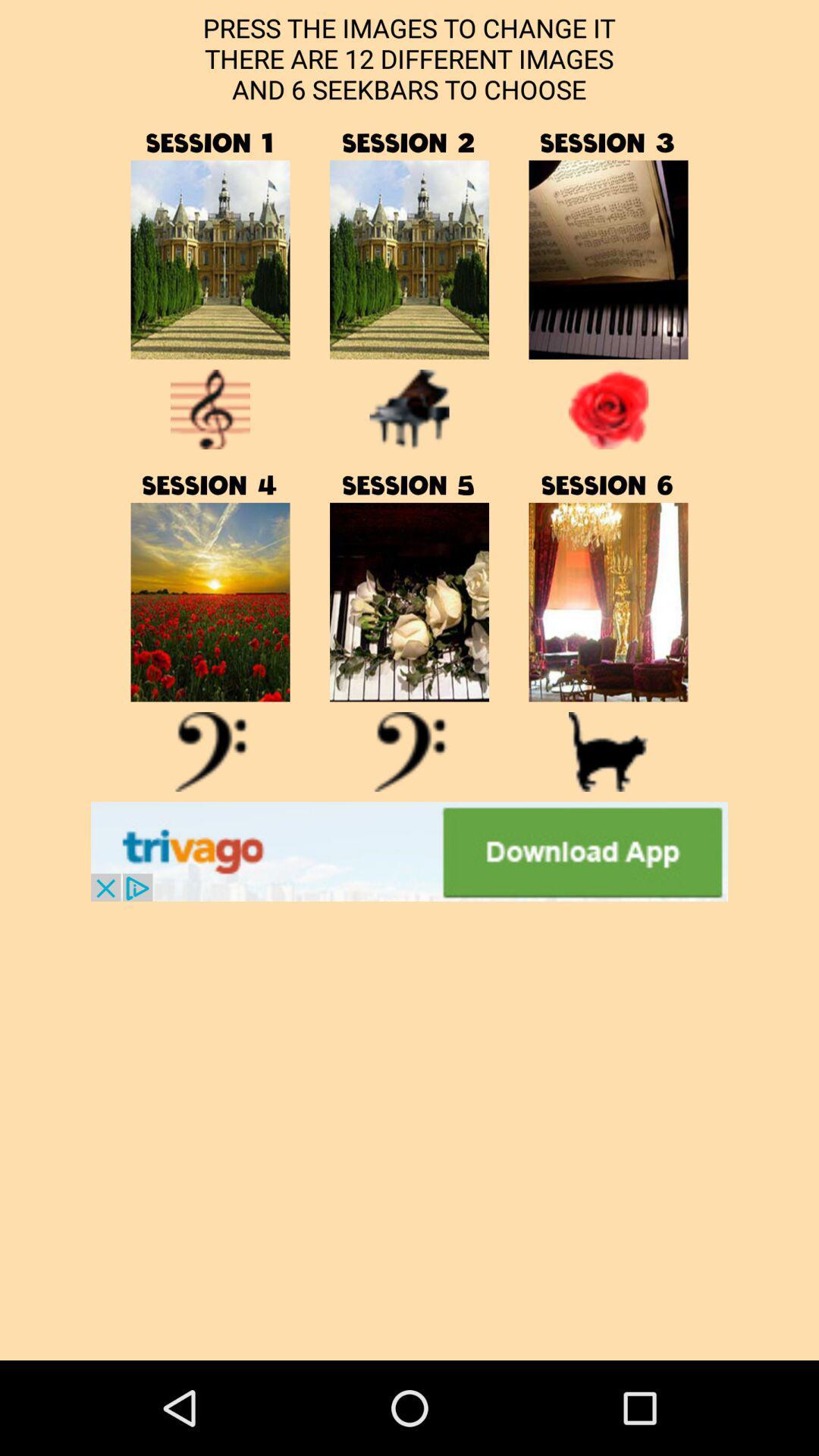  Describe the element at coordinates (210, 752) in the screenshot. I see `open` at that location.